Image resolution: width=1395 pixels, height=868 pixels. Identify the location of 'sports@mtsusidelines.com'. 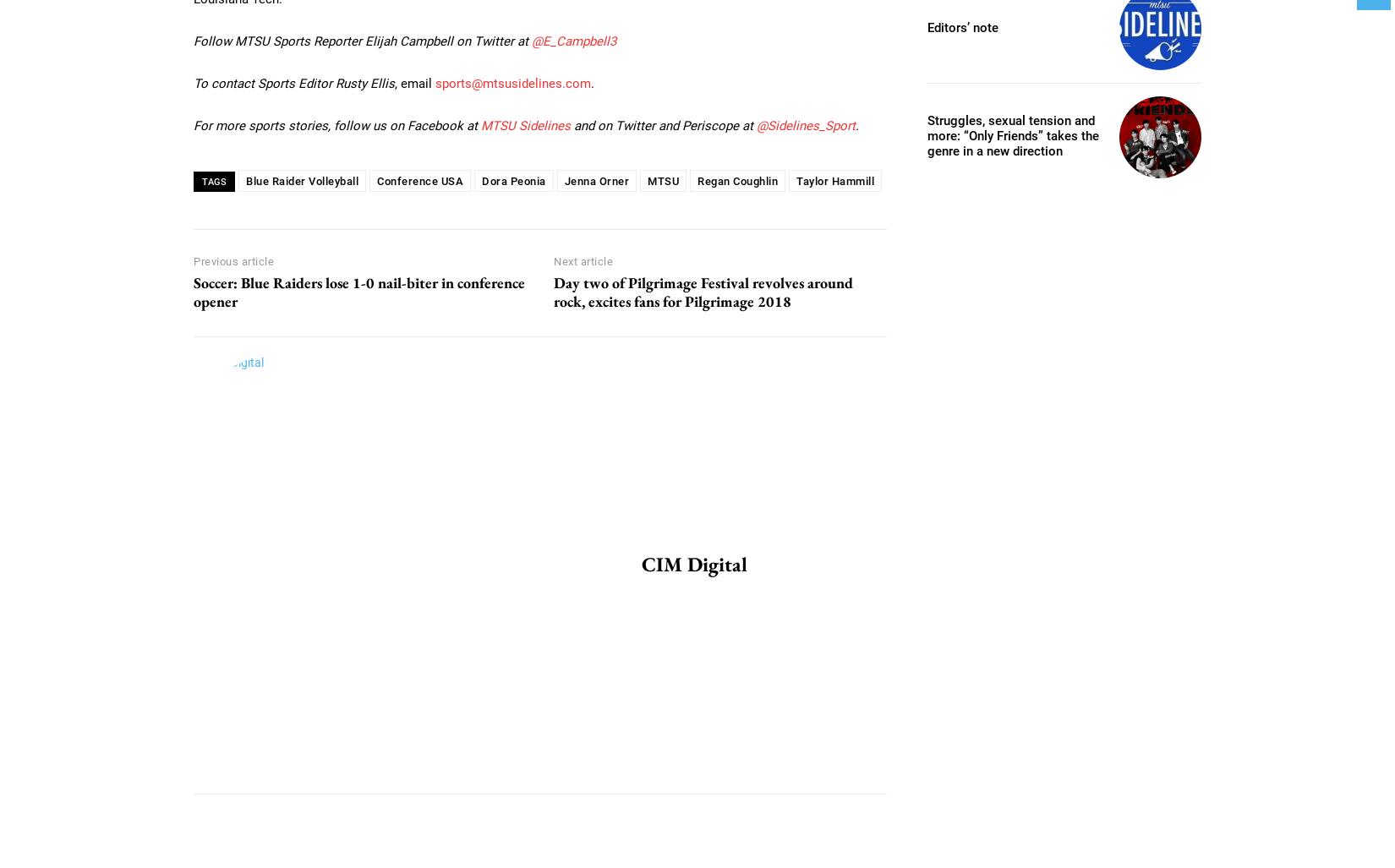
(512, 81).